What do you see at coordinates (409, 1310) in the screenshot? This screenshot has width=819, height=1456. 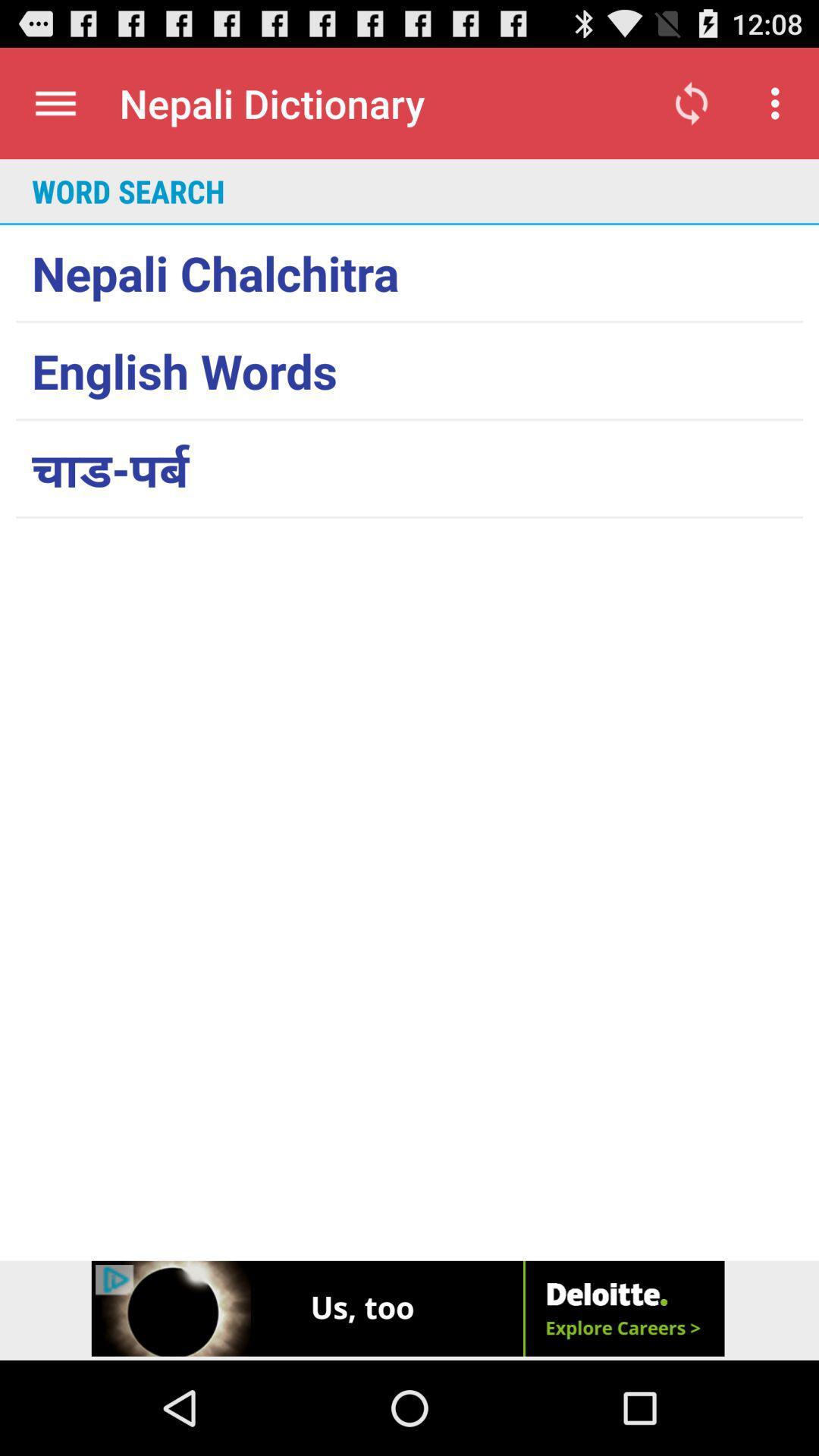 I see `advertisement` at bounding box center [409, 1310].